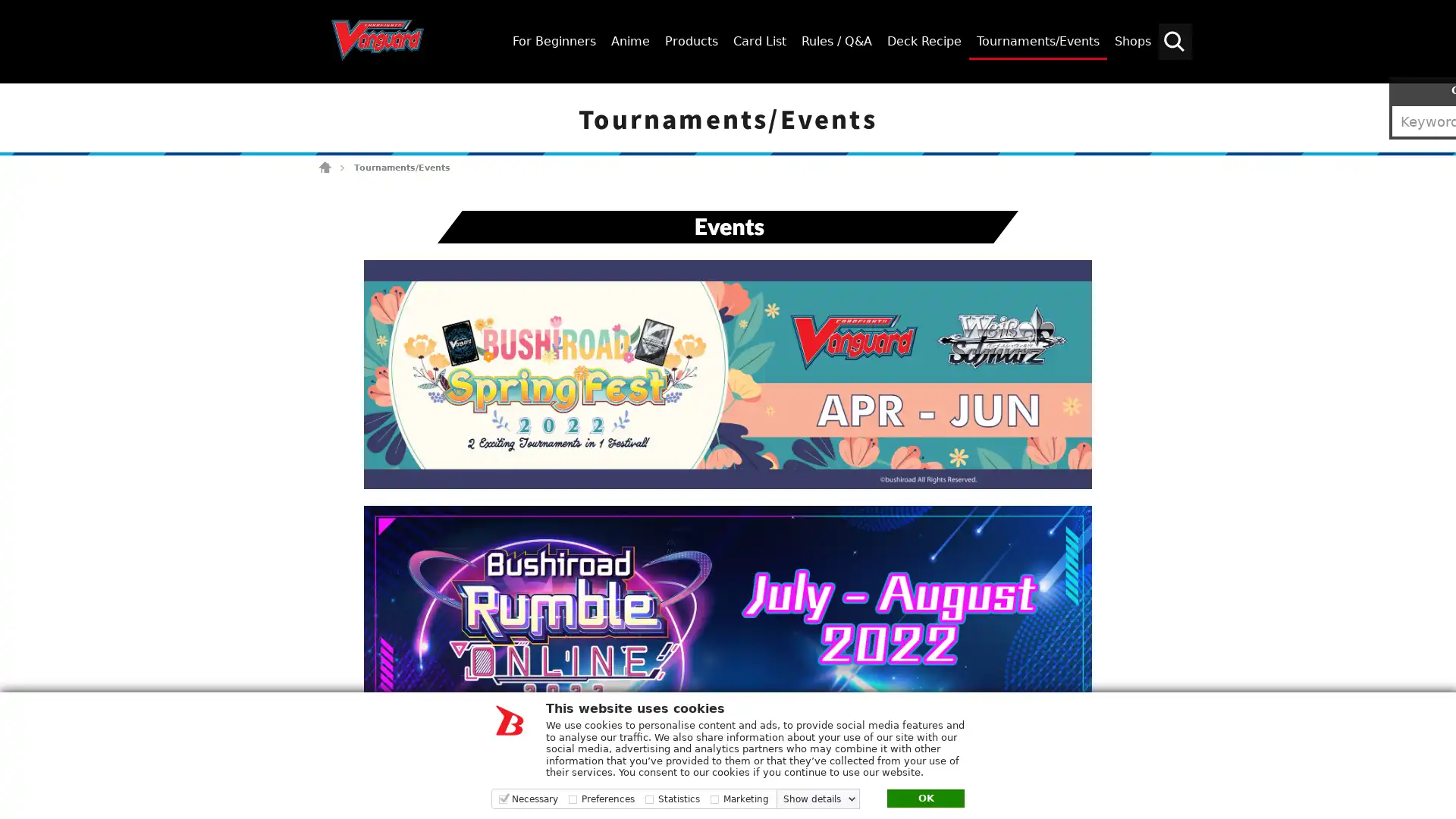 This screenshot has width=1456, height=819. Describe the element at coordinates (1437, 96) in the screenshot. I see `Search` at that location.